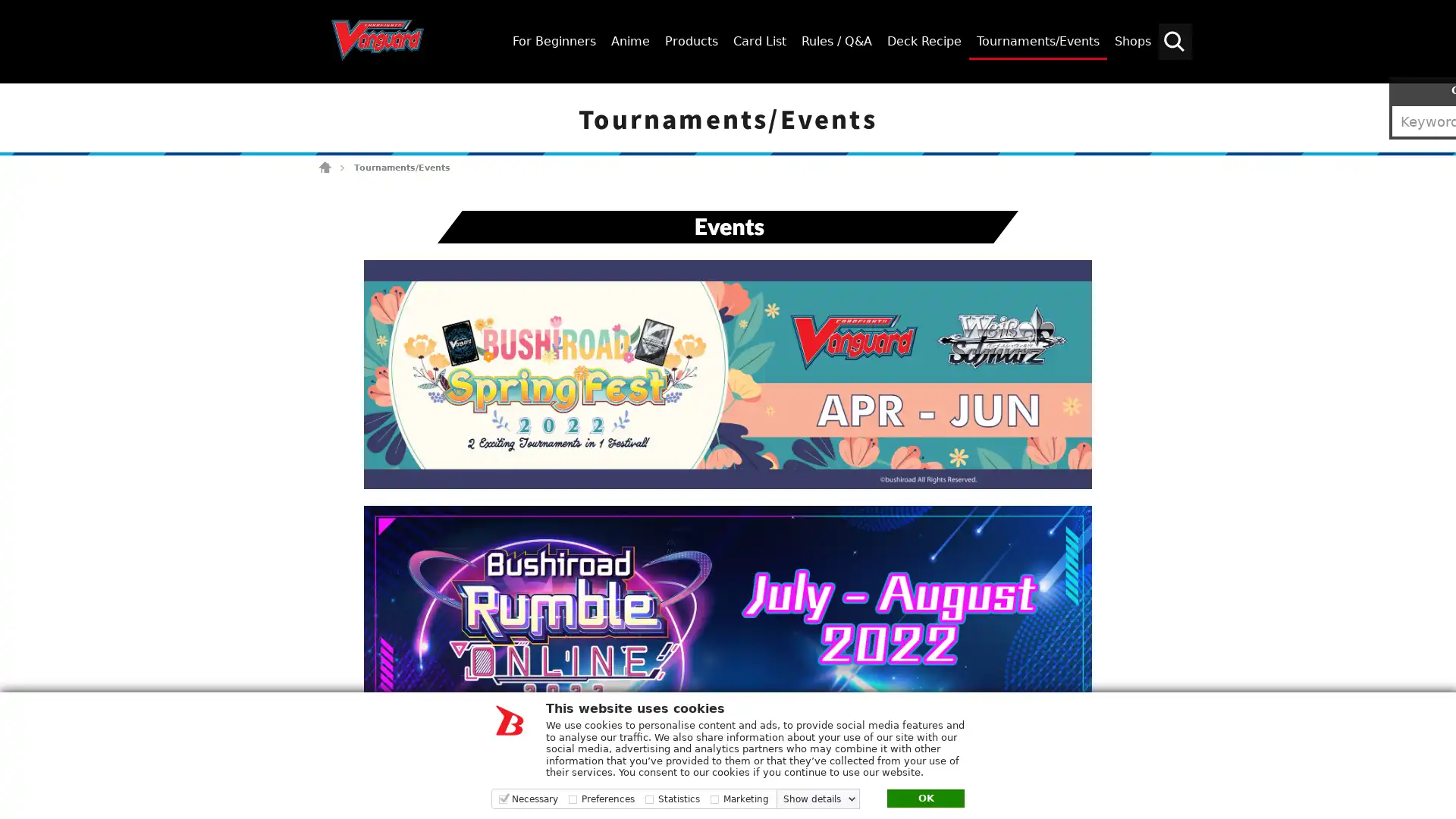 This screenshot has width=1456, height=819. Describe the element at coordinates (1437, 96) in the screenshot. I see `Search` at that location.